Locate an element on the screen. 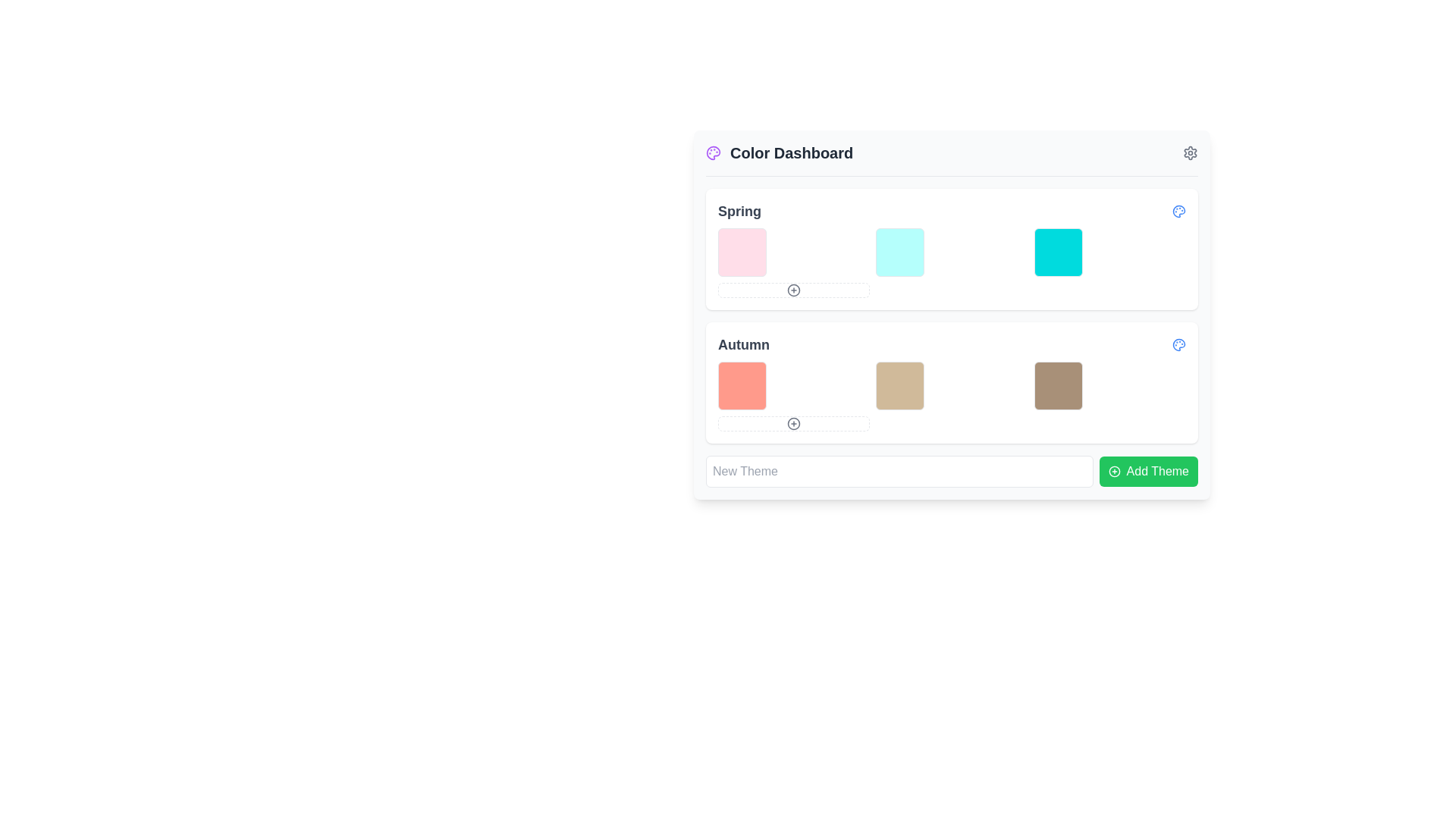  the 'Add' buttons located within the 'Spring' and 'Autumn' color groups is located at coordinates (951, 315).